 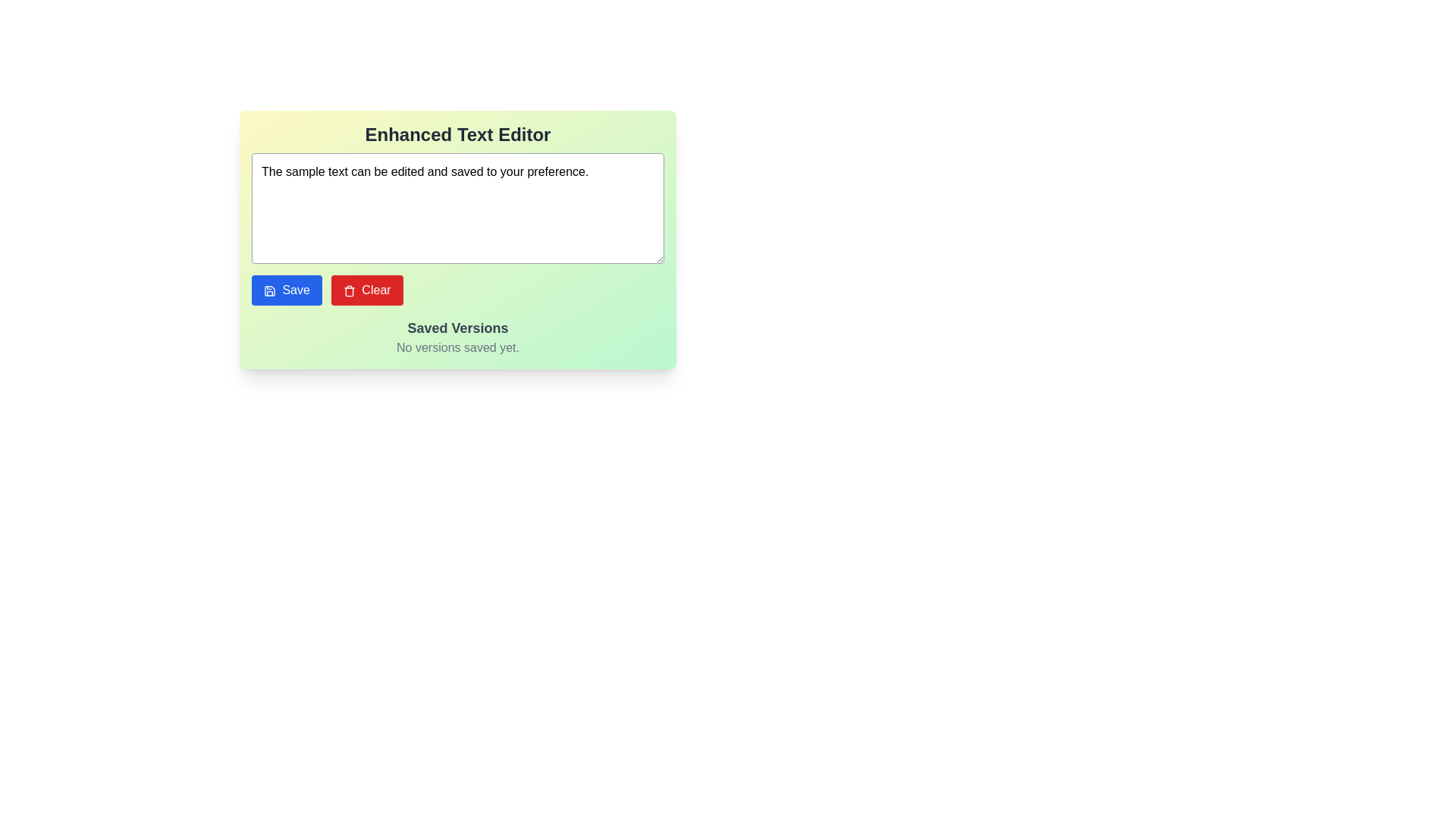 I want to click on the decorative icon located in the upper-left corner of the 'Save' button, adjacent to the text label 'Save', so click(x=269, y=290).